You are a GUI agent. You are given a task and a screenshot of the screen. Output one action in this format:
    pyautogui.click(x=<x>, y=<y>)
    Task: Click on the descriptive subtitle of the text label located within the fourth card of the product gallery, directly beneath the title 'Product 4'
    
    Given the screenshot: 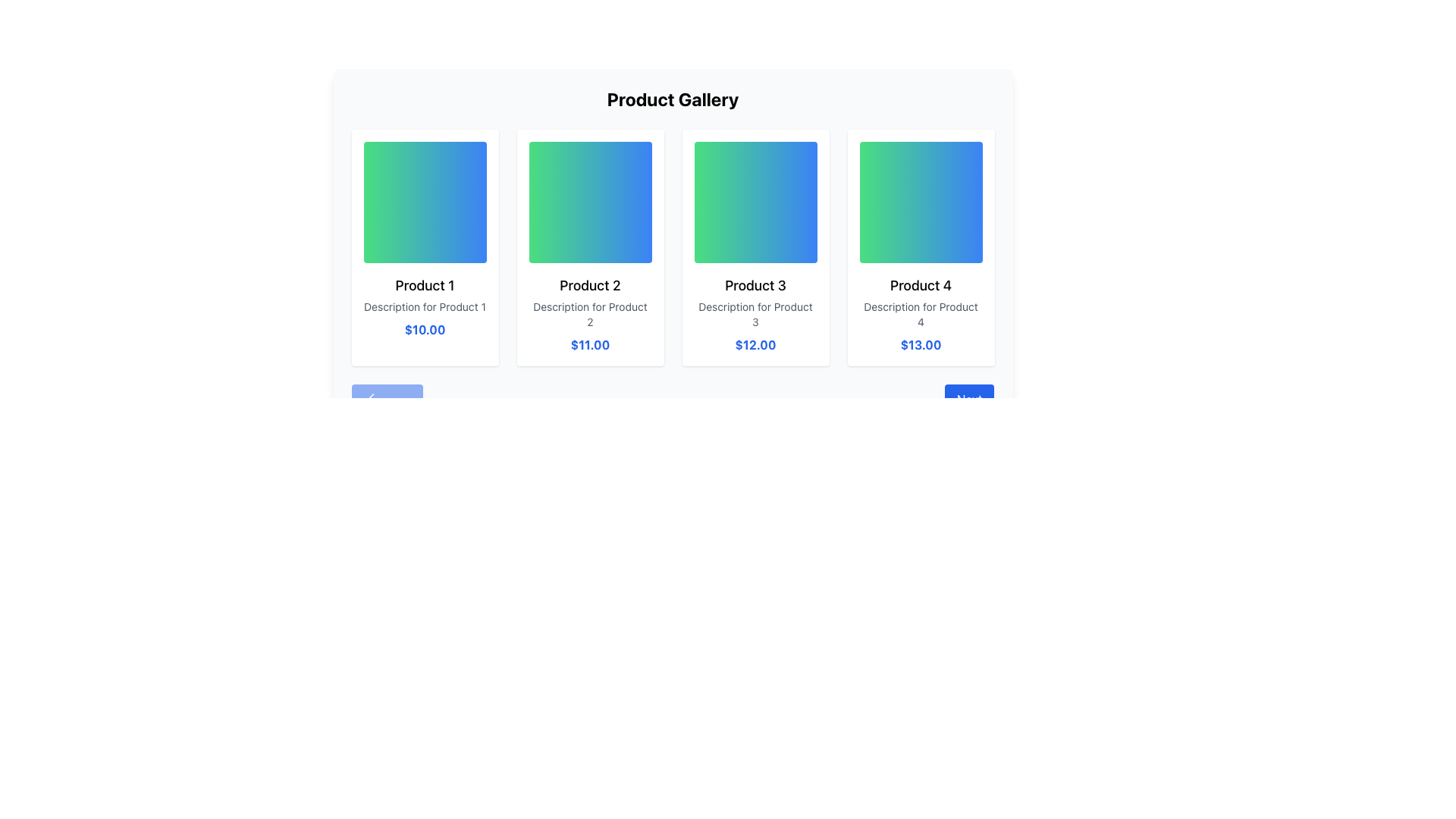 What is the action you would take?
    pyautogui.click(x=920, y=314)
    